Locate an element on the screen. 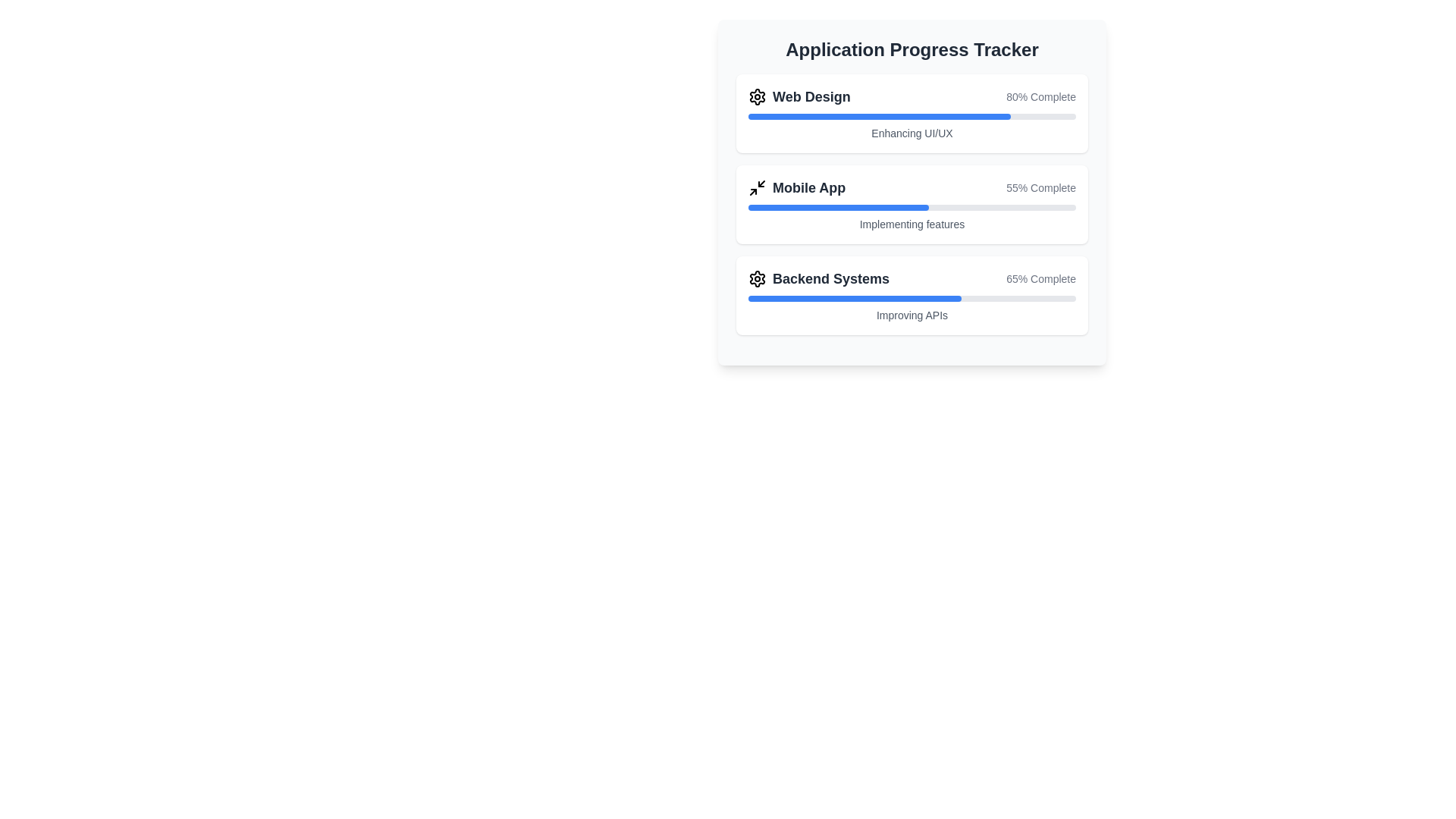  text label that indicates 'Backend Systems', which is the third entry in the Application Progress Tracker list, located to the right of the settings gear icon is located at coordinates (830, 278).